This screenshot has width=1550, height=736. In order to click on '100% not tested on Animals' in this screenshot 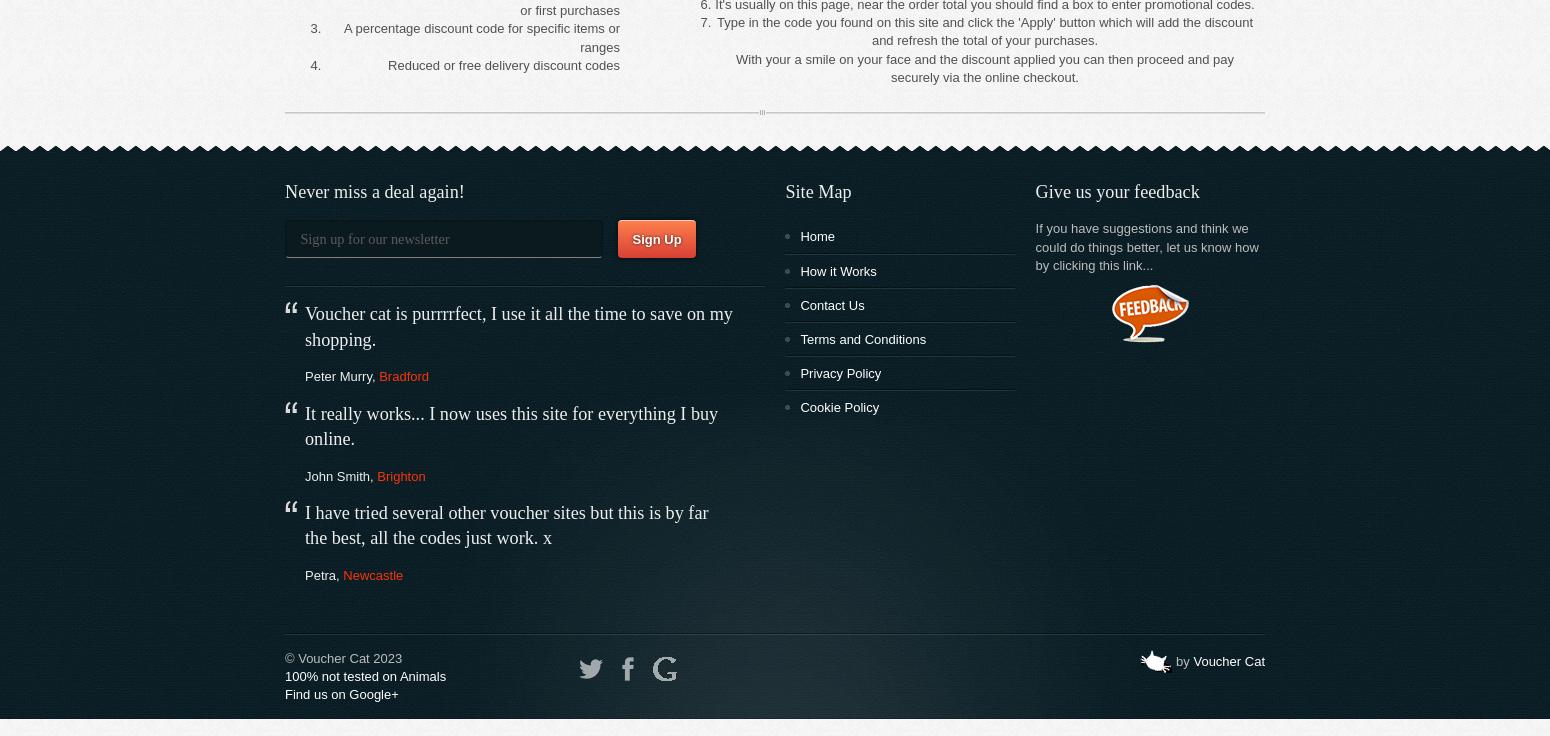, I will do `click(364, 675)`.